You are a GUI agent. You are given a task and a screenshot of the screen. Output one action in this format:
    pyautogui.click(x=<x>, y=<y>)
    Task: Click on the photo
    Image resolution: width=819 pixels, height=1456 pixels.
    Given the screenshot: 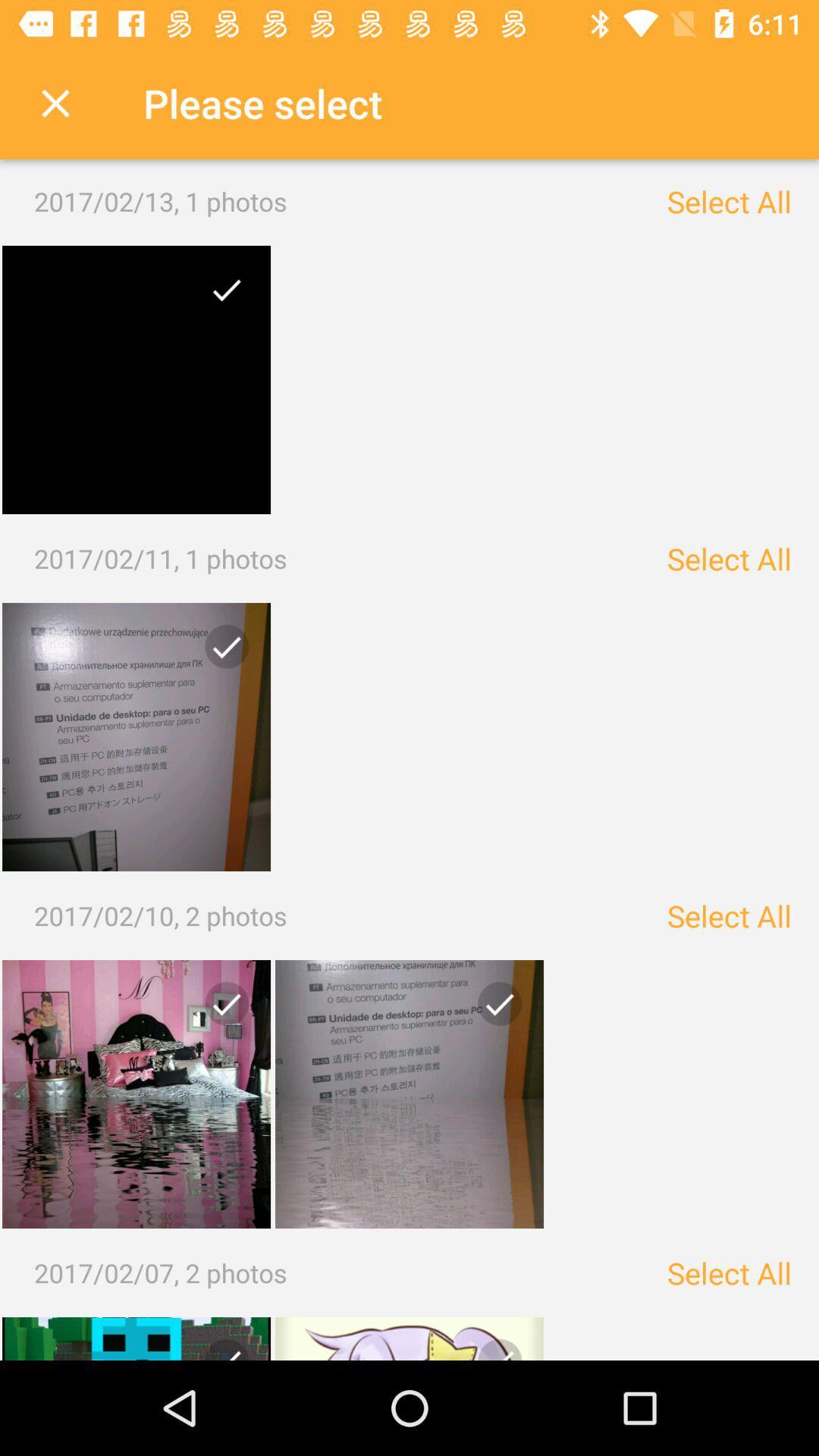 What is the action you would take?
    pyautogui.click(x=409, y=1338)
    